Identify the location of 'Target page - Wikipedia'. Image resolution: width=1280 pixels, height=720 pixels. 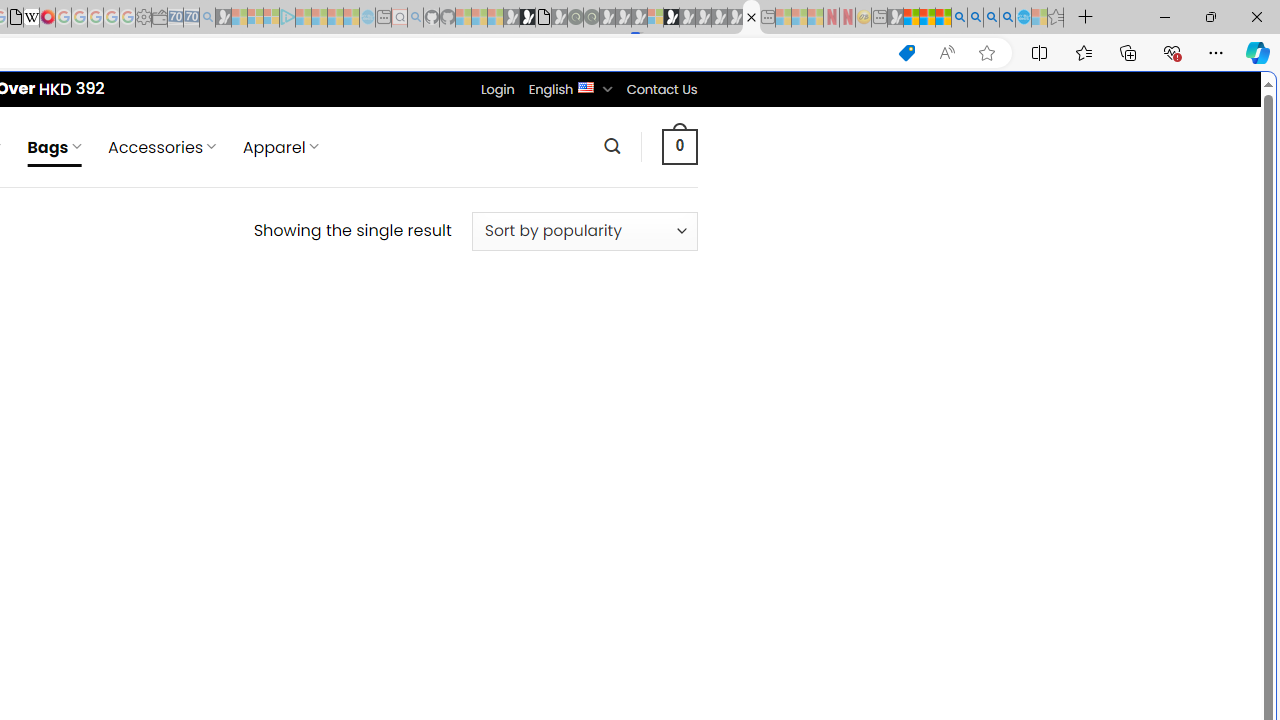
(32, 17).